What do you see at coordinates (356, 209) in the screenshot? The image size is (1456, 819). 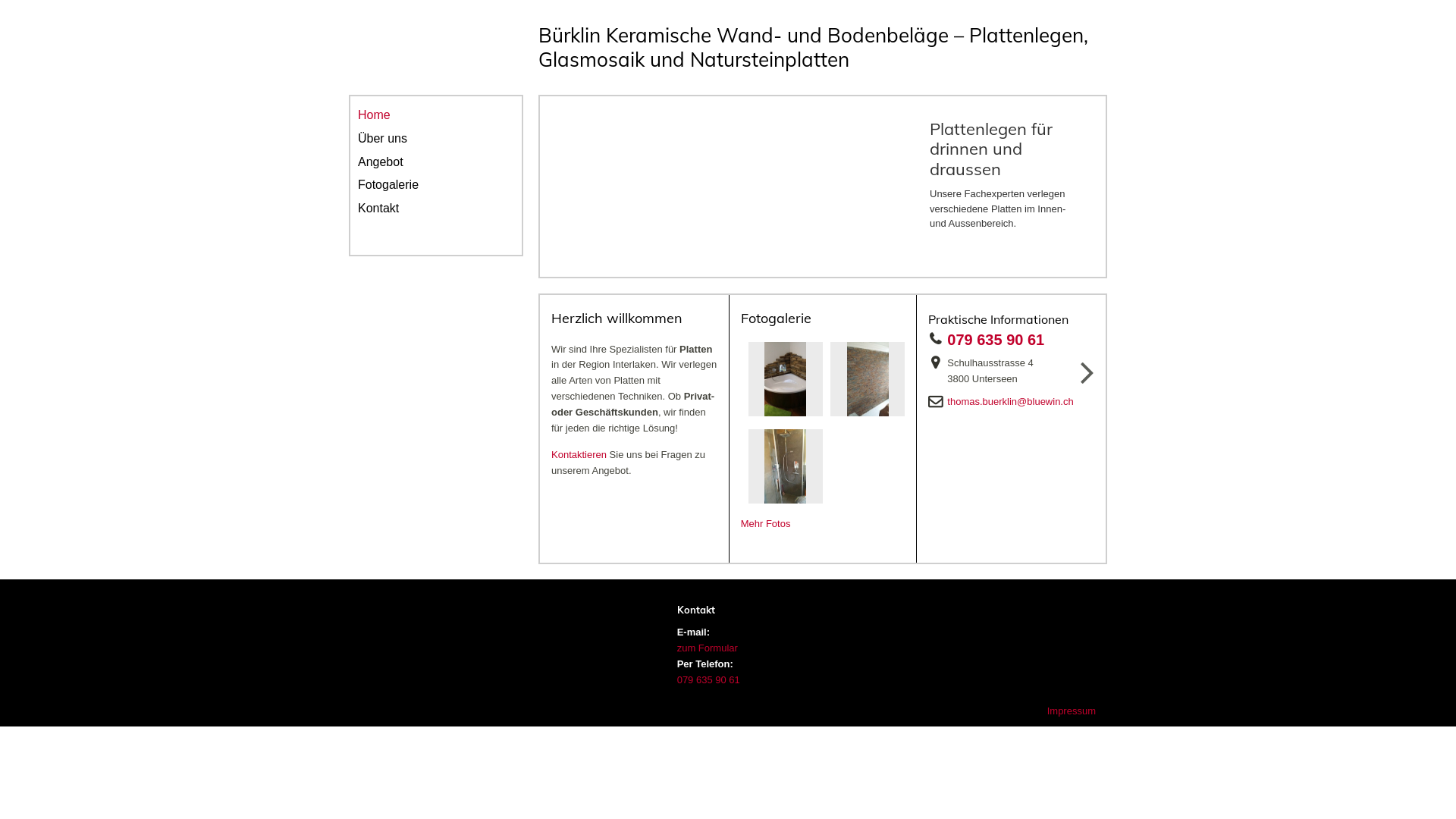 I see `'Kontakt'` at bounding box center [356, 209].